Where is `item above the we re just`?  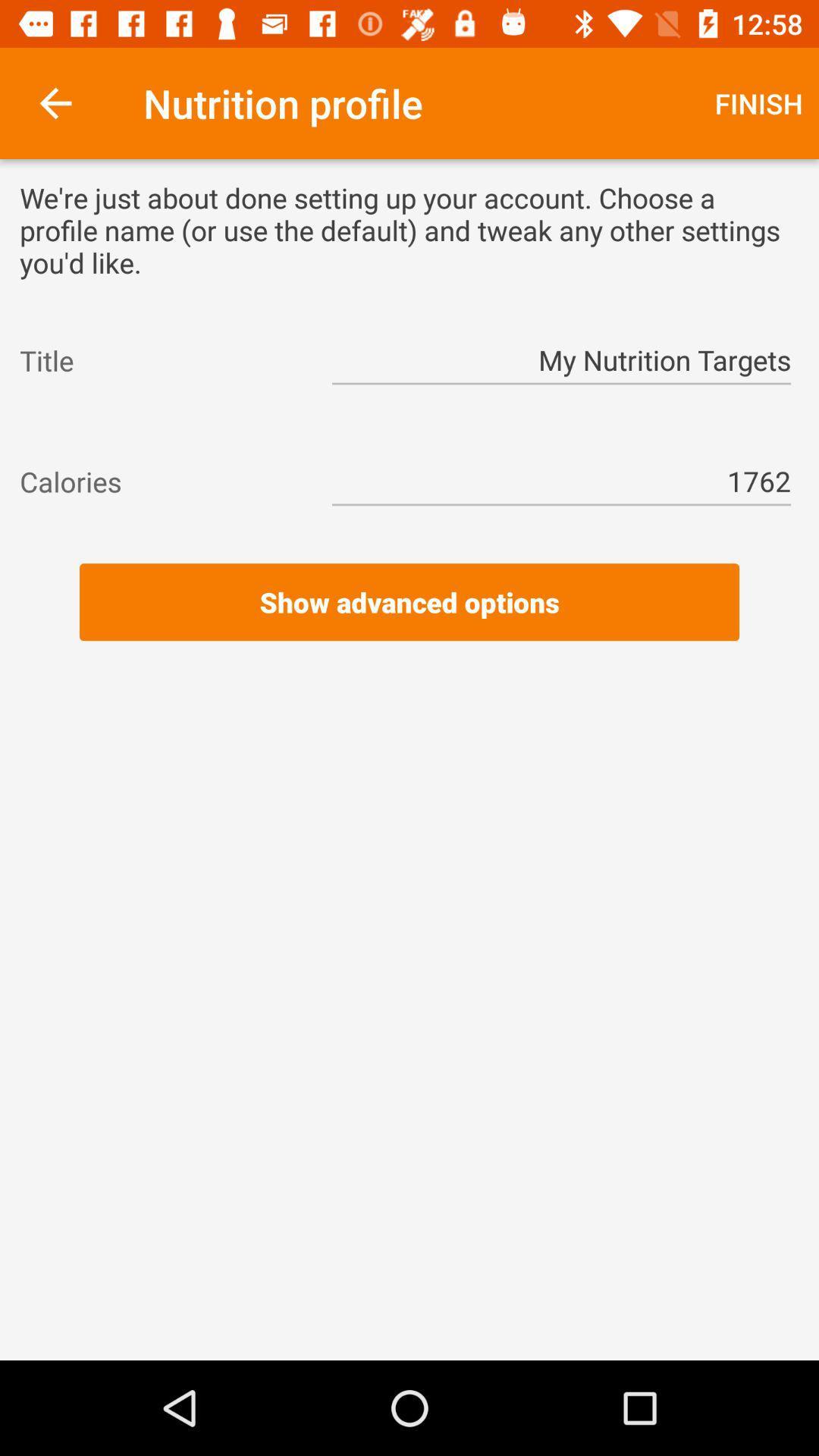 item above the we re just is located at coordinates (55, 102).